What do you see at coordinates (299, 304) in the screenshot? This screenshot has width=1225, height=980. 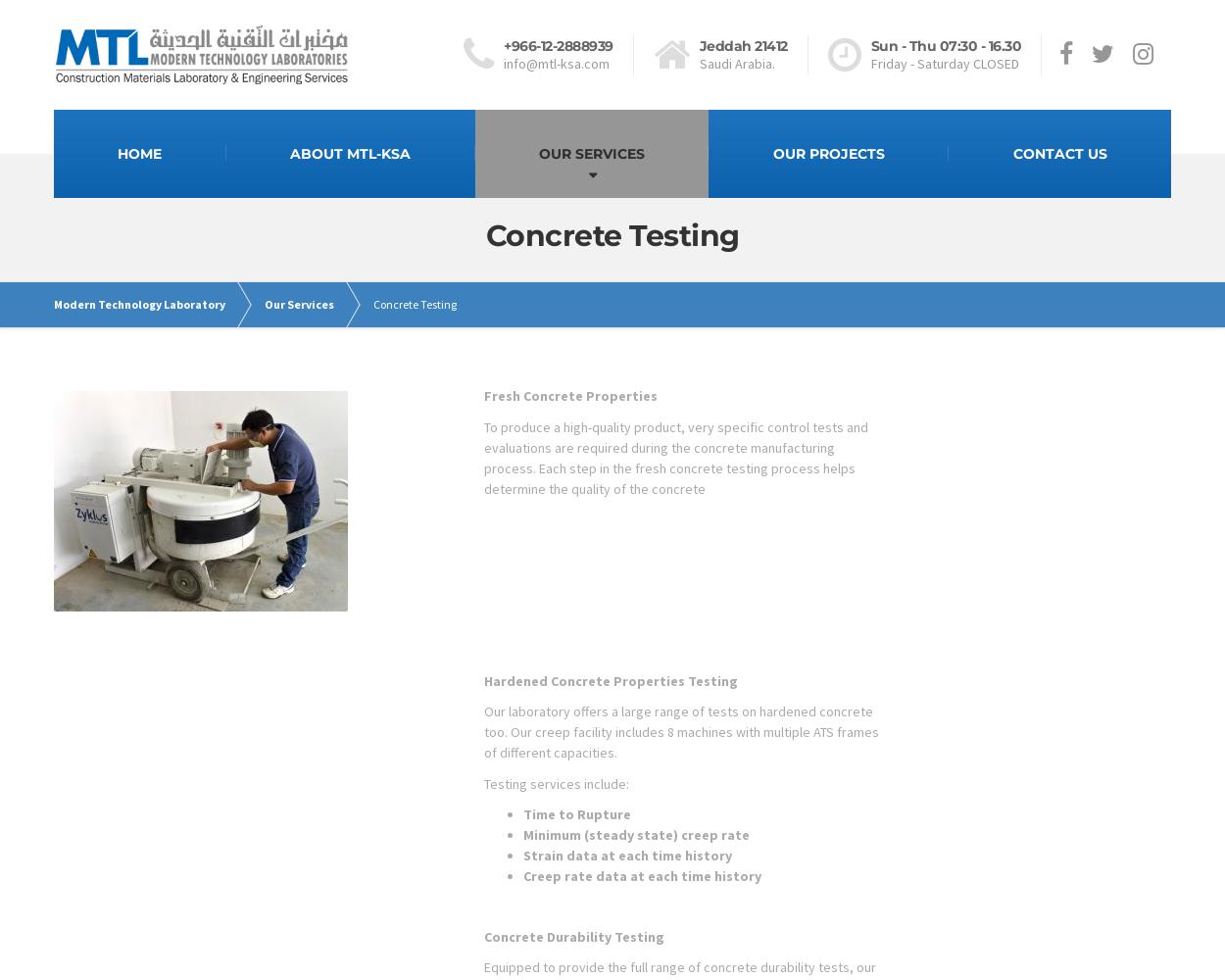 I see `'Our Services'` at bounding box center [299, 304].